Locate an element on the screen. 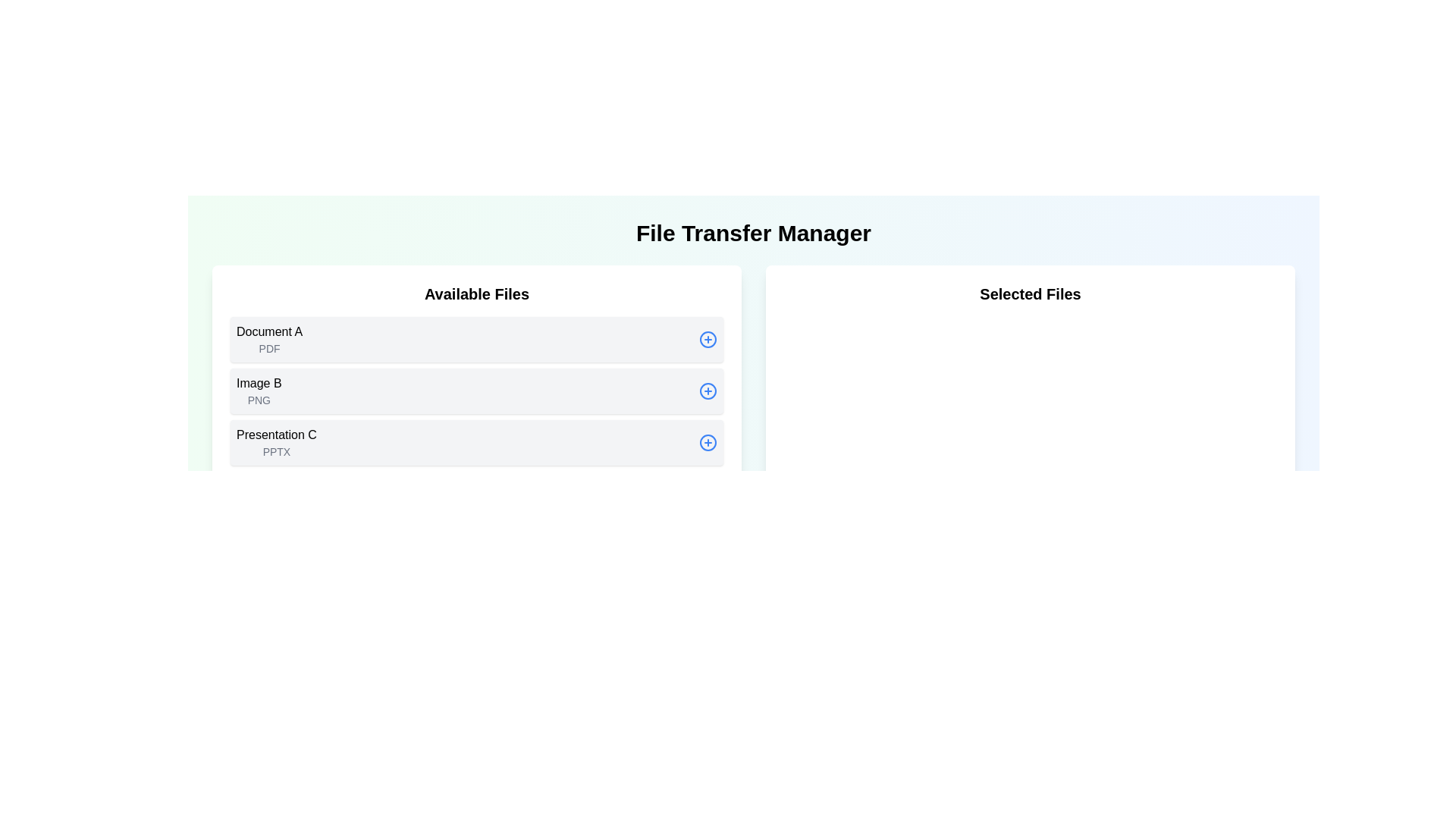 The image size is (1456, 819). the SVG Circle button located at the rightmost end of the third file row ('Presentation C') in the 'File Transfer Manager' interface for visual information is located at coordinates (708, 442).